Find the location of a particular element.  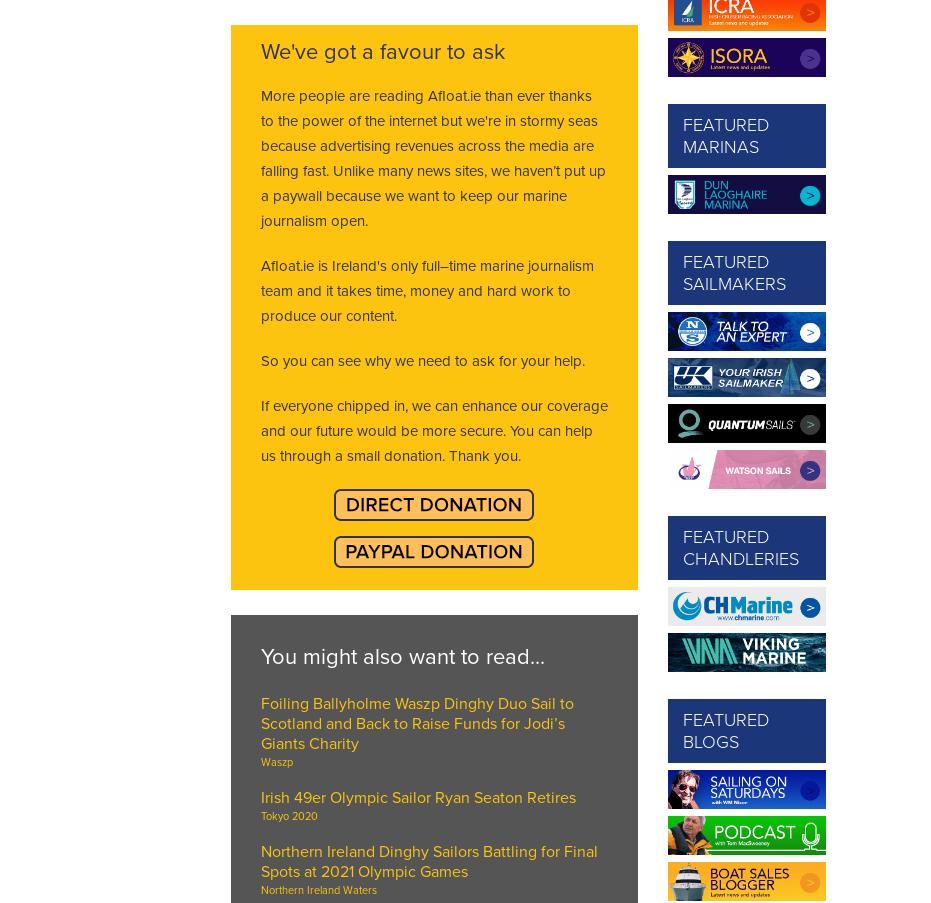

'More people are reading Afloat.ie than ever thanks to the power of the internet but we're in stormy seas because advertising revenues across the media are falling fast. Unlike many news sites, we haven’t put up a paywall because we want to keep our marine journalism open.' is located at coordinates (431, 157).